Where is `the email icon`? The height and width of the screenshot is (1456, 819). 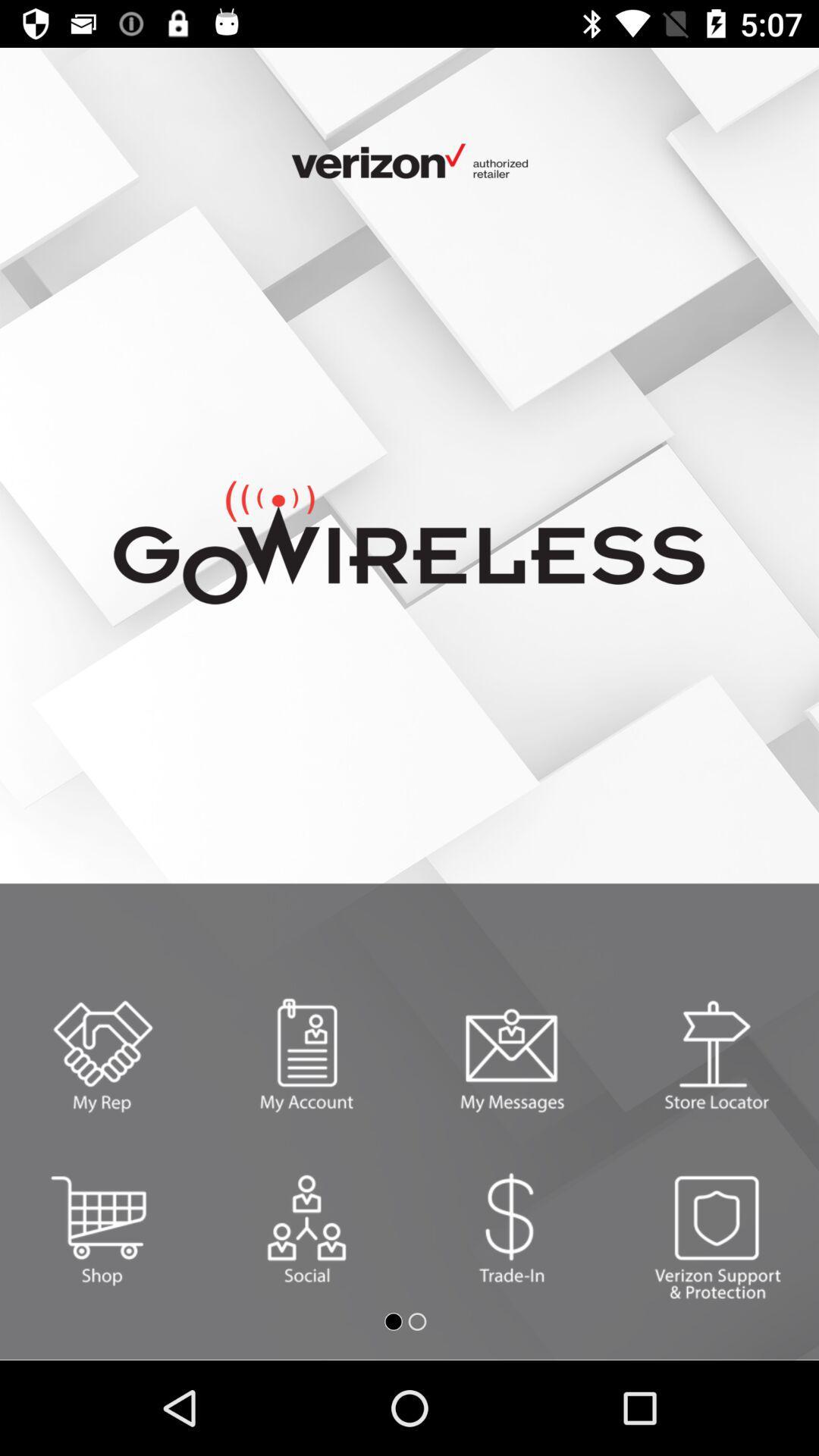
the email icon is located at coordinates (512, 1055).